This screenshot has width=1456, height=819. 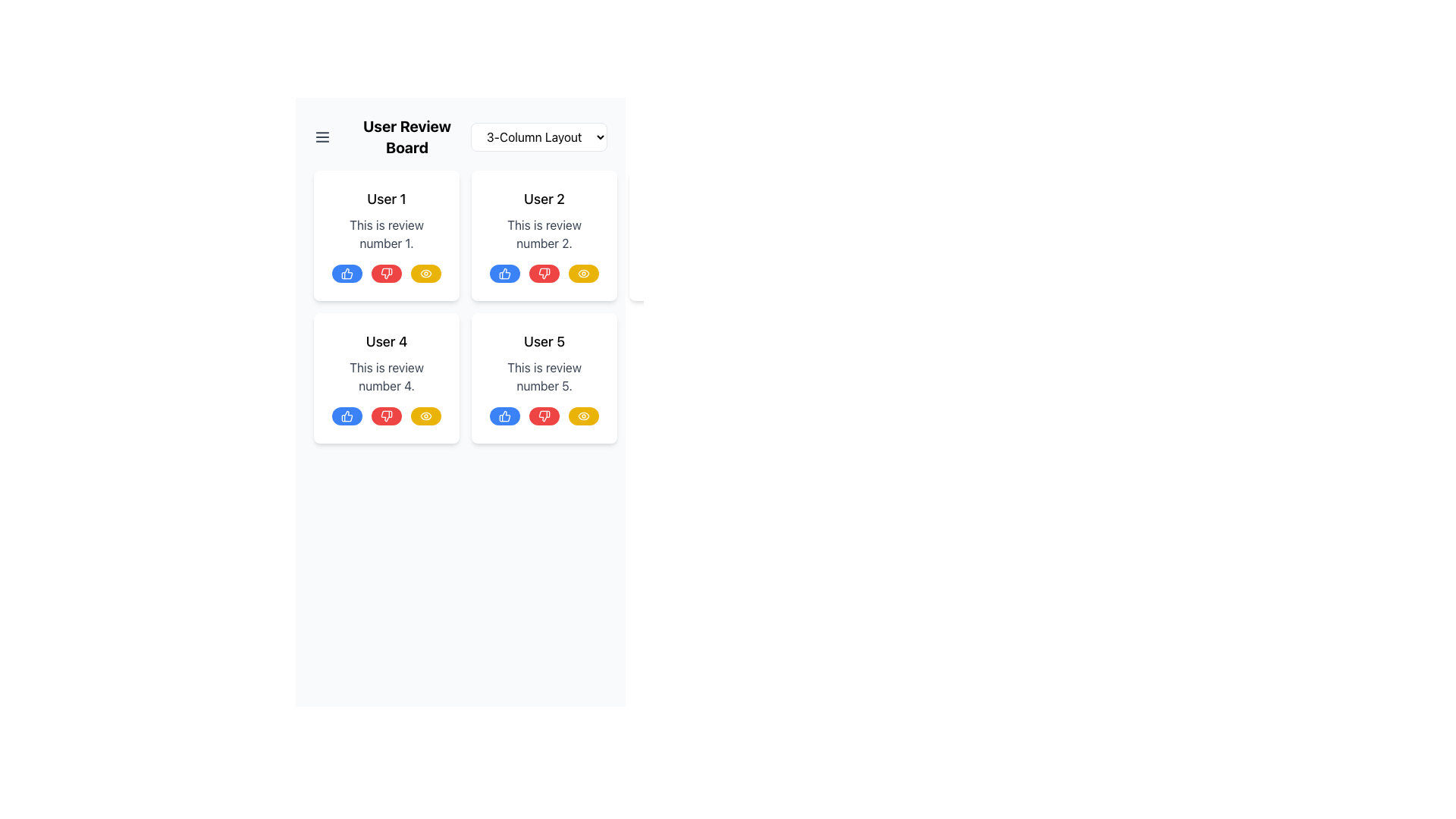 What do you see at coordinates (544, 274) in the screenshot?
I see `the 'dislike' button, which is the second button` at bounding box center [544, 274].